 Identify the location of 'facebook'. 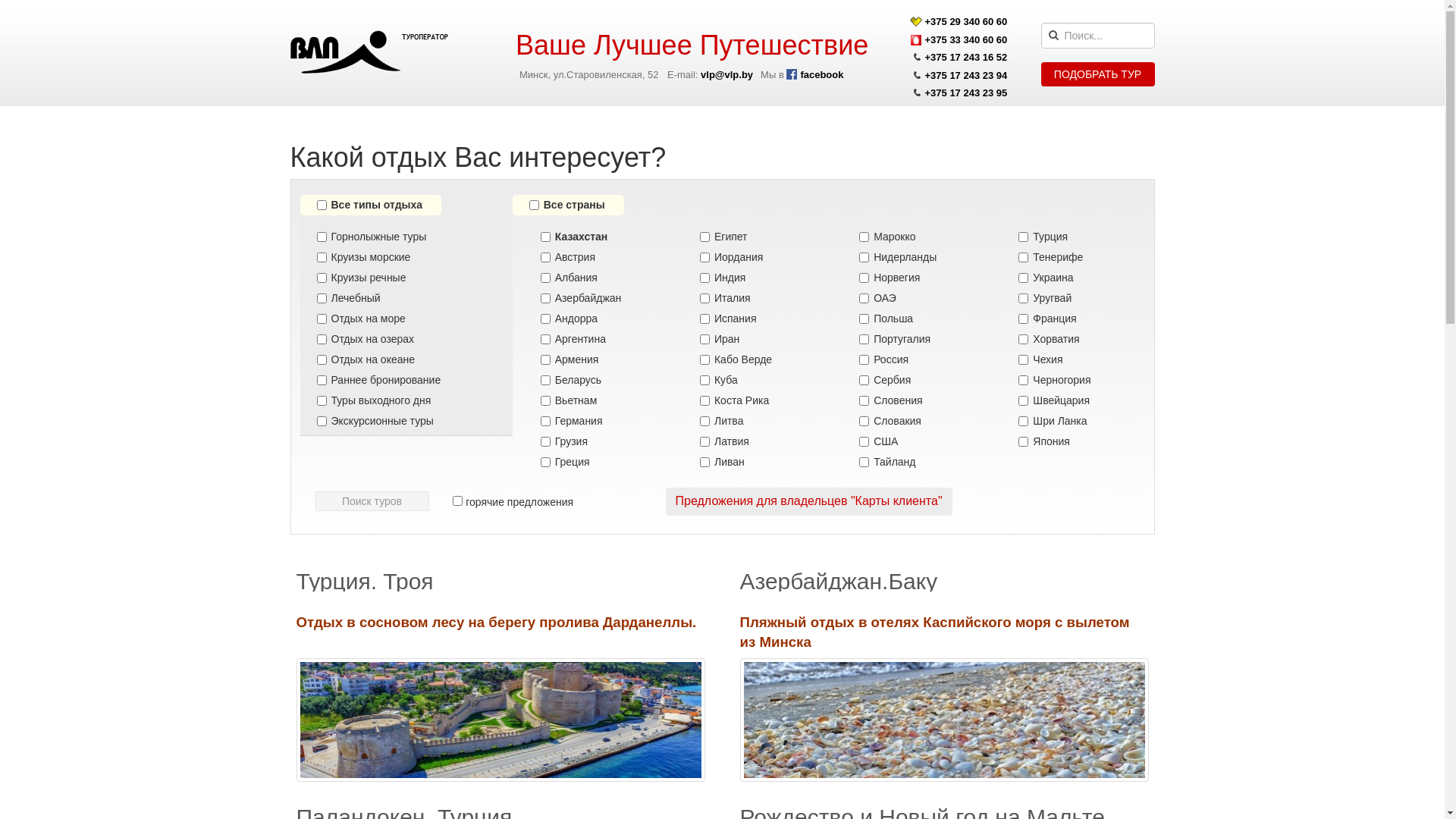
(786, 74).